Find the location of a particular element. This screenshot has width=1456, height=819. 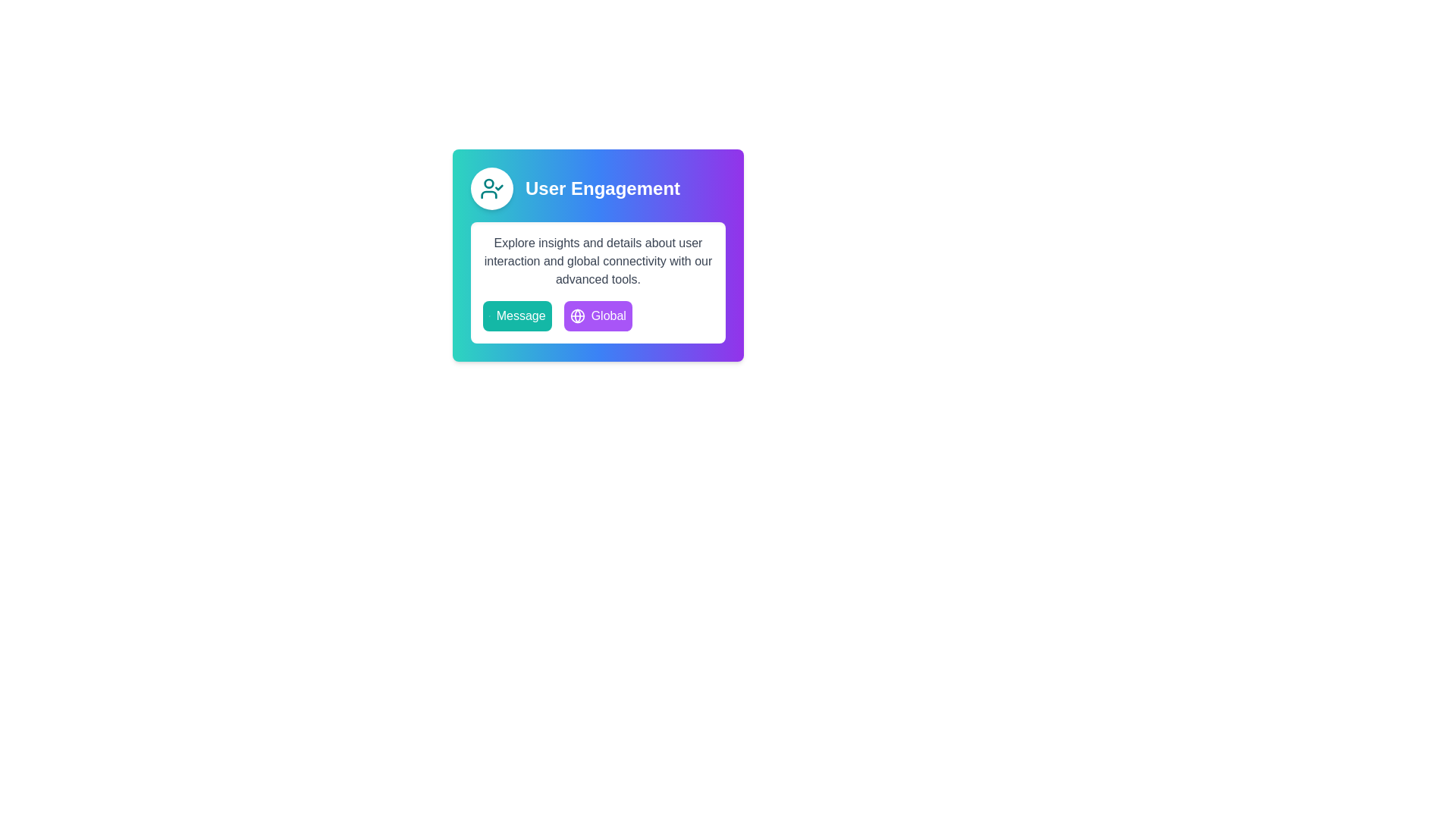

displayed information in the Informational Section with Buttons located below the heading 'User Engagement' with a white background and rounded corners is located at coordinates (597, 283).